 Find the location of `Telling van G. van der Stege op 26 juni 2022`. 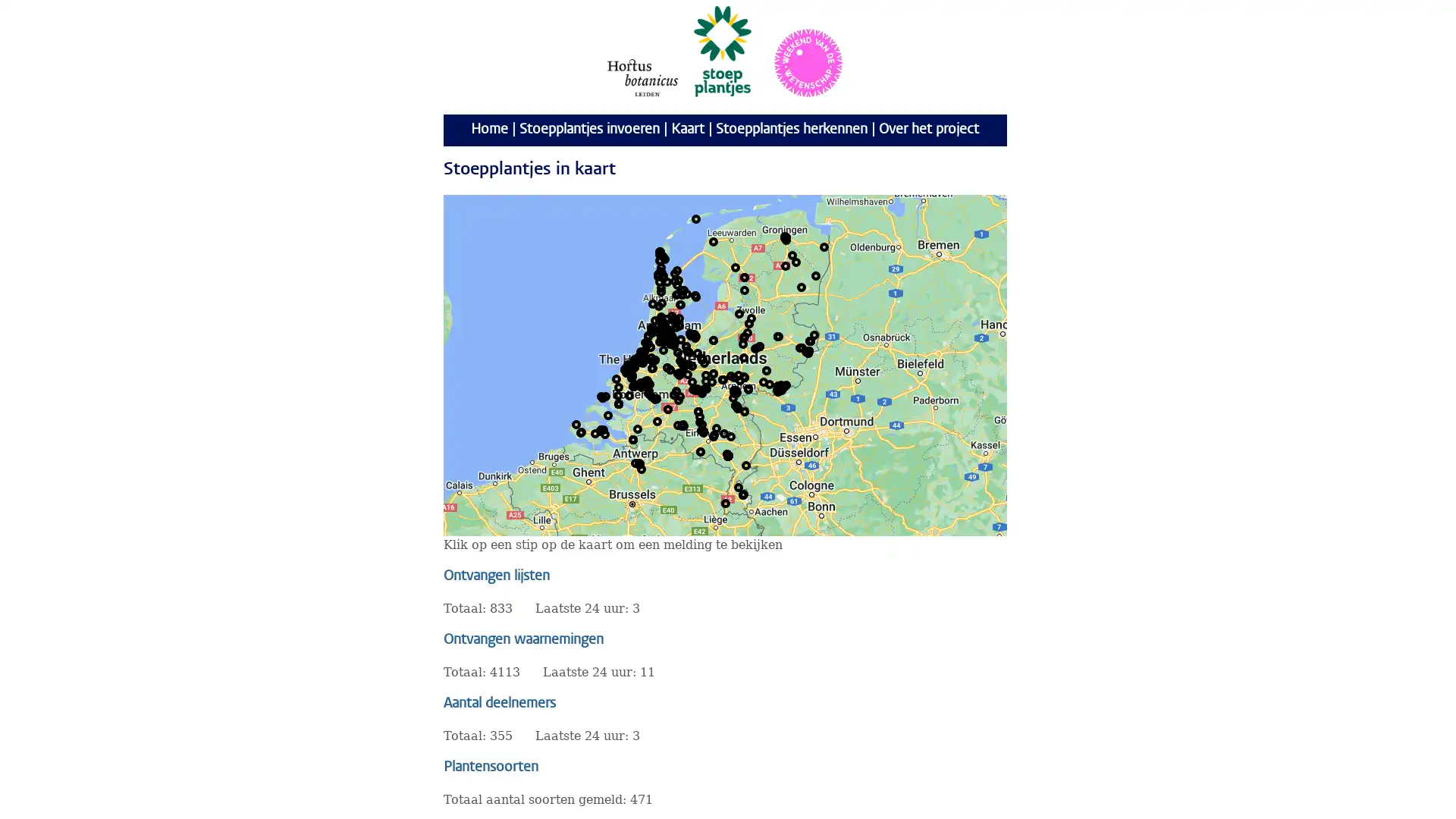

Telling van G. van der Stege op 26 juni 2022 is located at coordinates (786, 239).